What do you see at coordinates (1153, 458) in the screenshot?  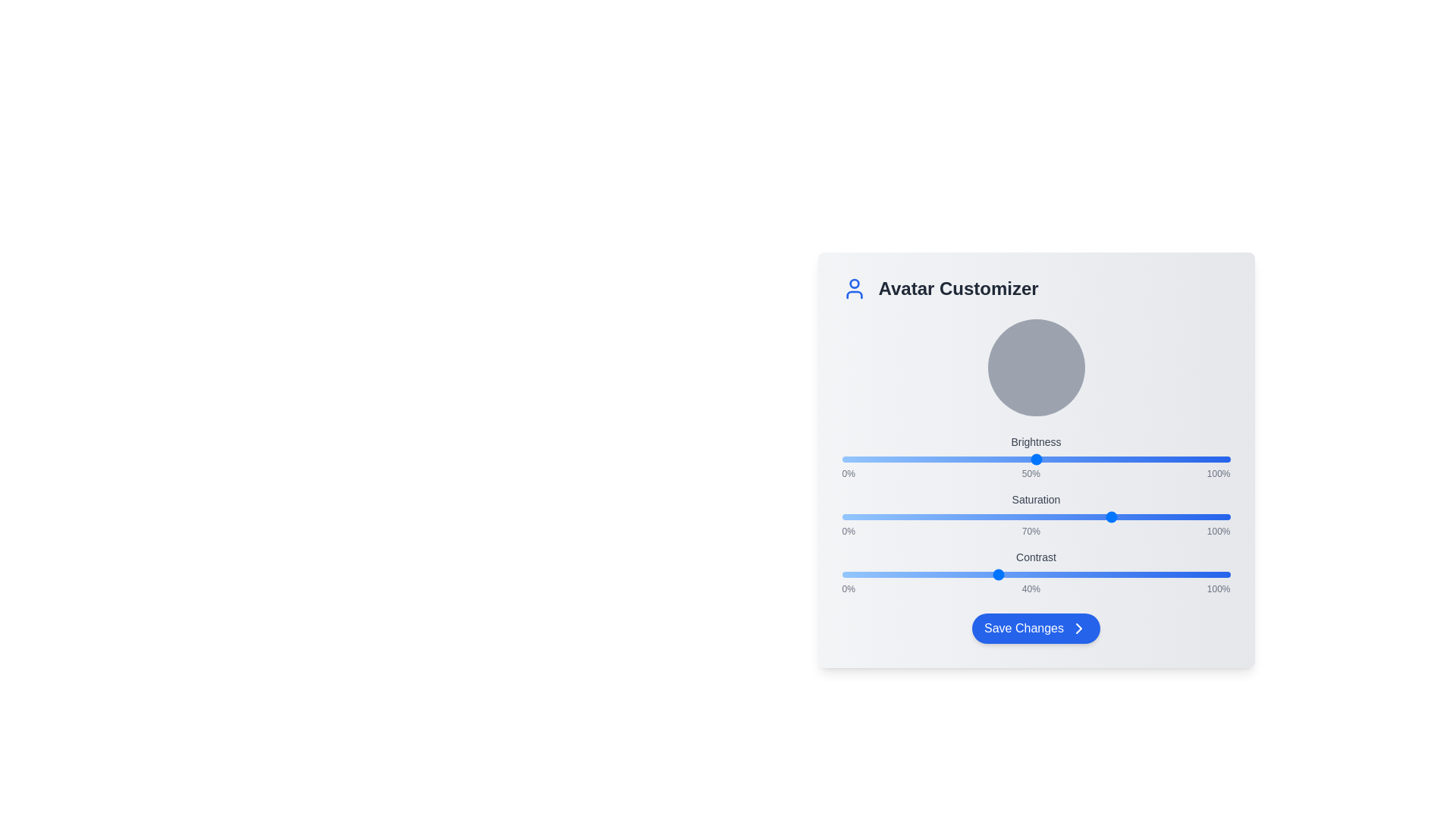 I see `the Brightness slider to 80%` at bounding box center [1153, 458].